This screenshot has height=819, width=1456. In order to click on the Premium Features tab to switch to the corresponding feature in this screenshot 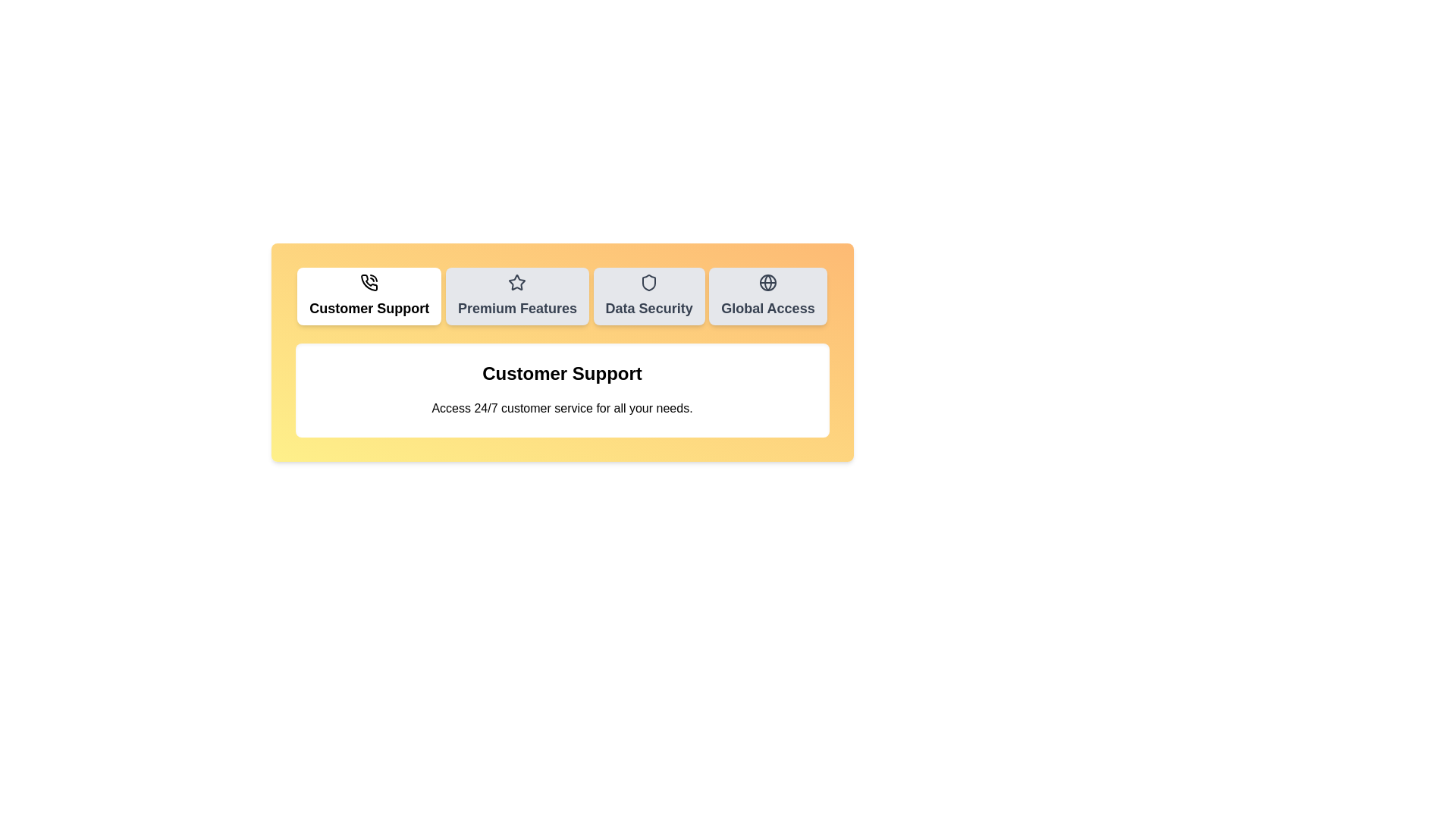, I will do `click(517, 296)`.